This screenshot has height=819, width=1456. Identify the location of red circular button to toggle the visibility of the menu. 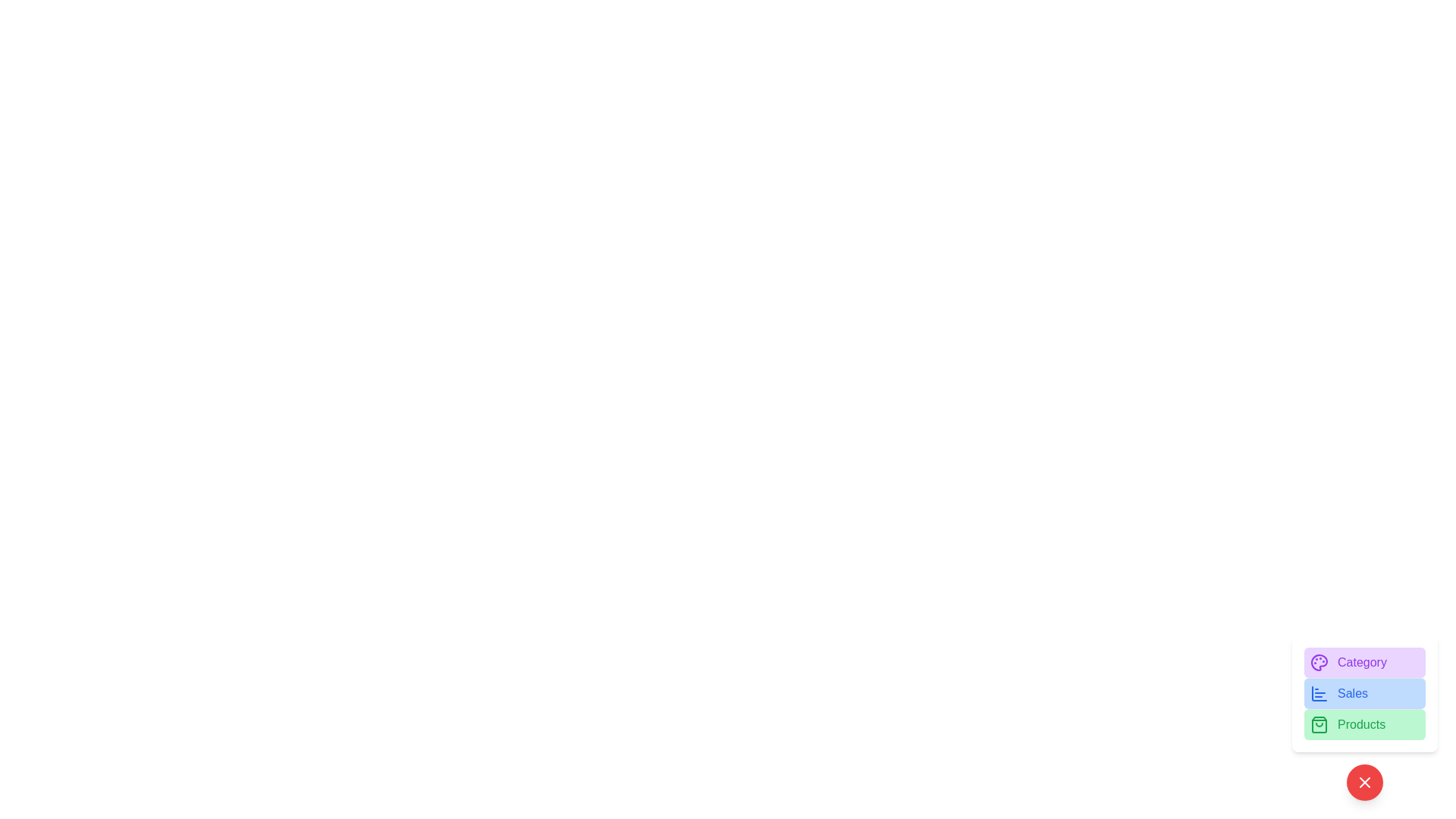
(1365, 783).